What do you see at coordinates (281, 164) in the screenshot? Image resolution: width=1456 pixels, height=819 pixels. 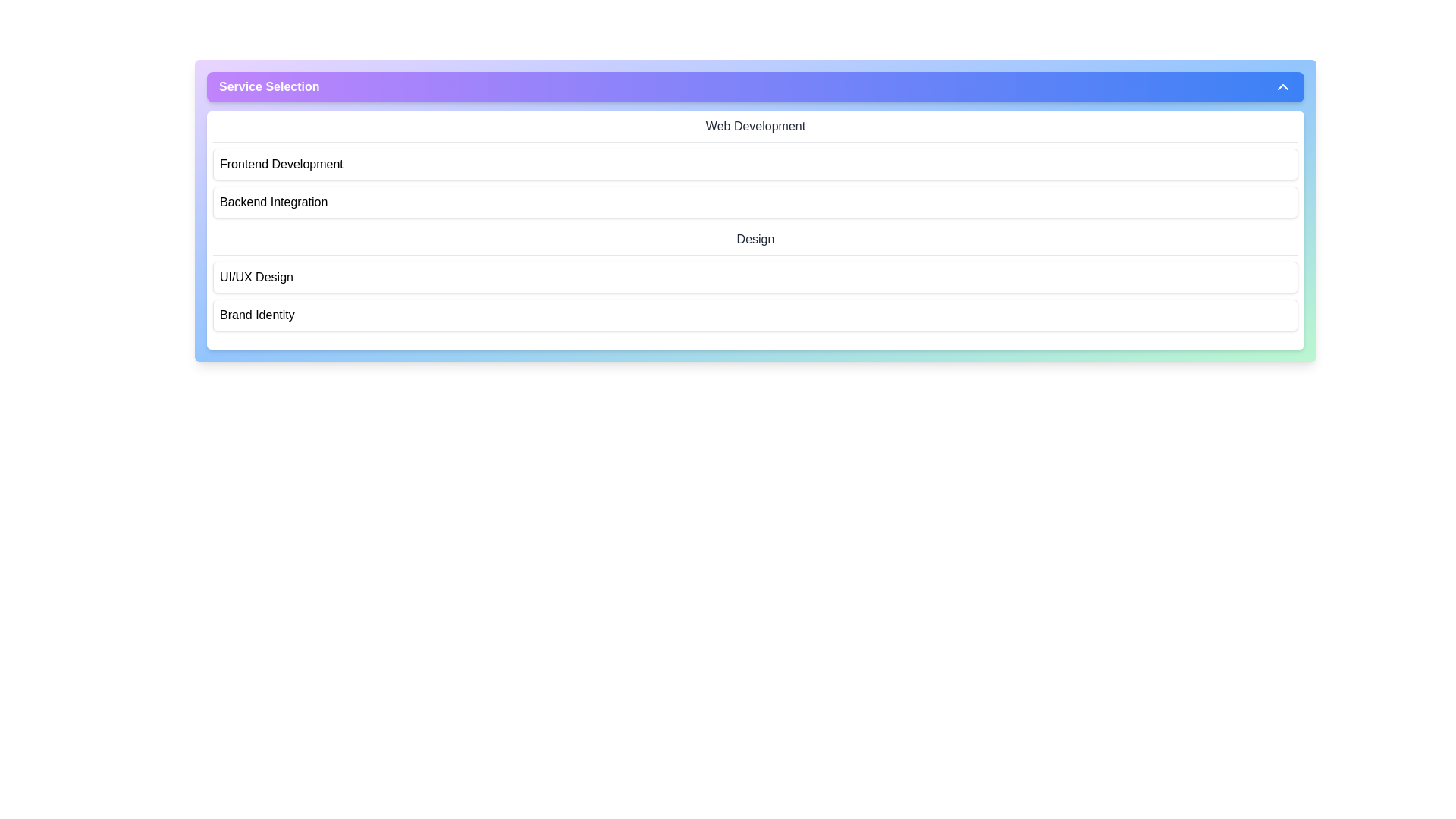 I see `the text label component displaying 'Frontend Development', which serves as a descriptive label for a selectable option in the list under the 'Service Selection' header` at bounding box center [281, 164].